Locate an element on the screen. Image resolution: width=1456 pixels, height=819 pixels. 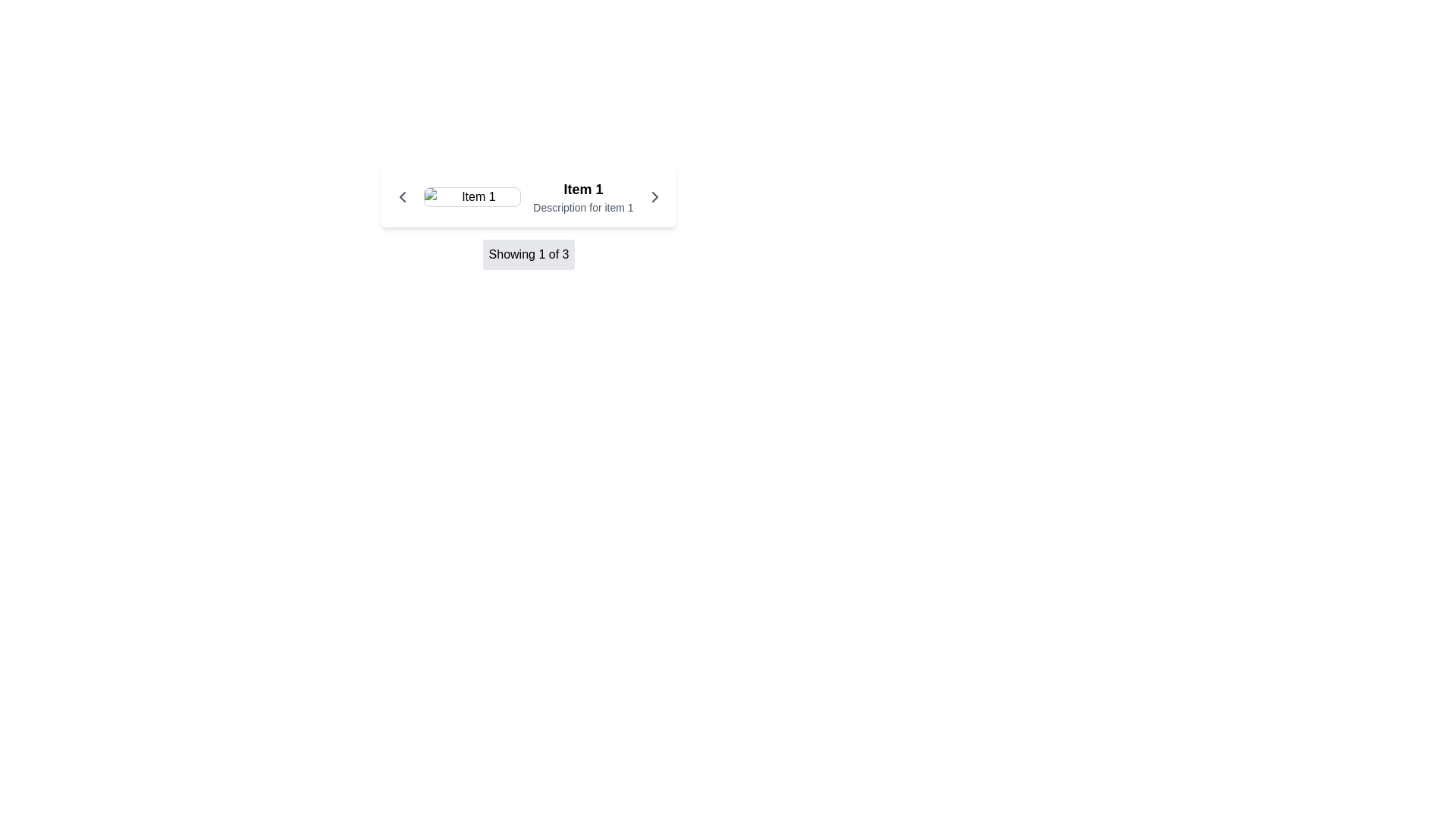
the text label displaying 'Description for item 1', which is styled with a small font size and gray color, located directly beneath the 'Item 1' label is located at coordinates (582, 207).